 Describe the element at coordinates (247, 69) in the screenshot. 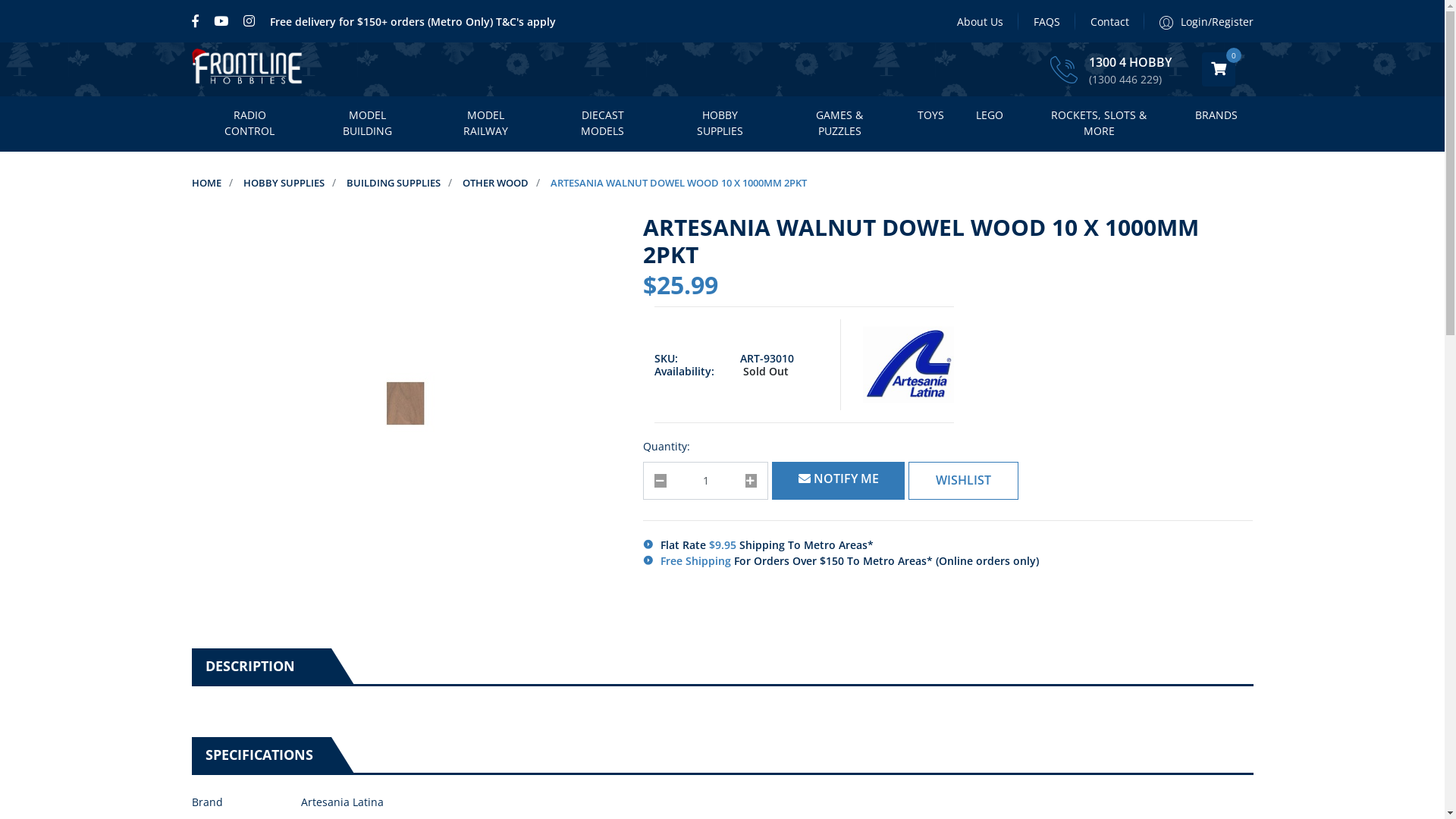

I see `'Frontline Hobbies'` at that location.